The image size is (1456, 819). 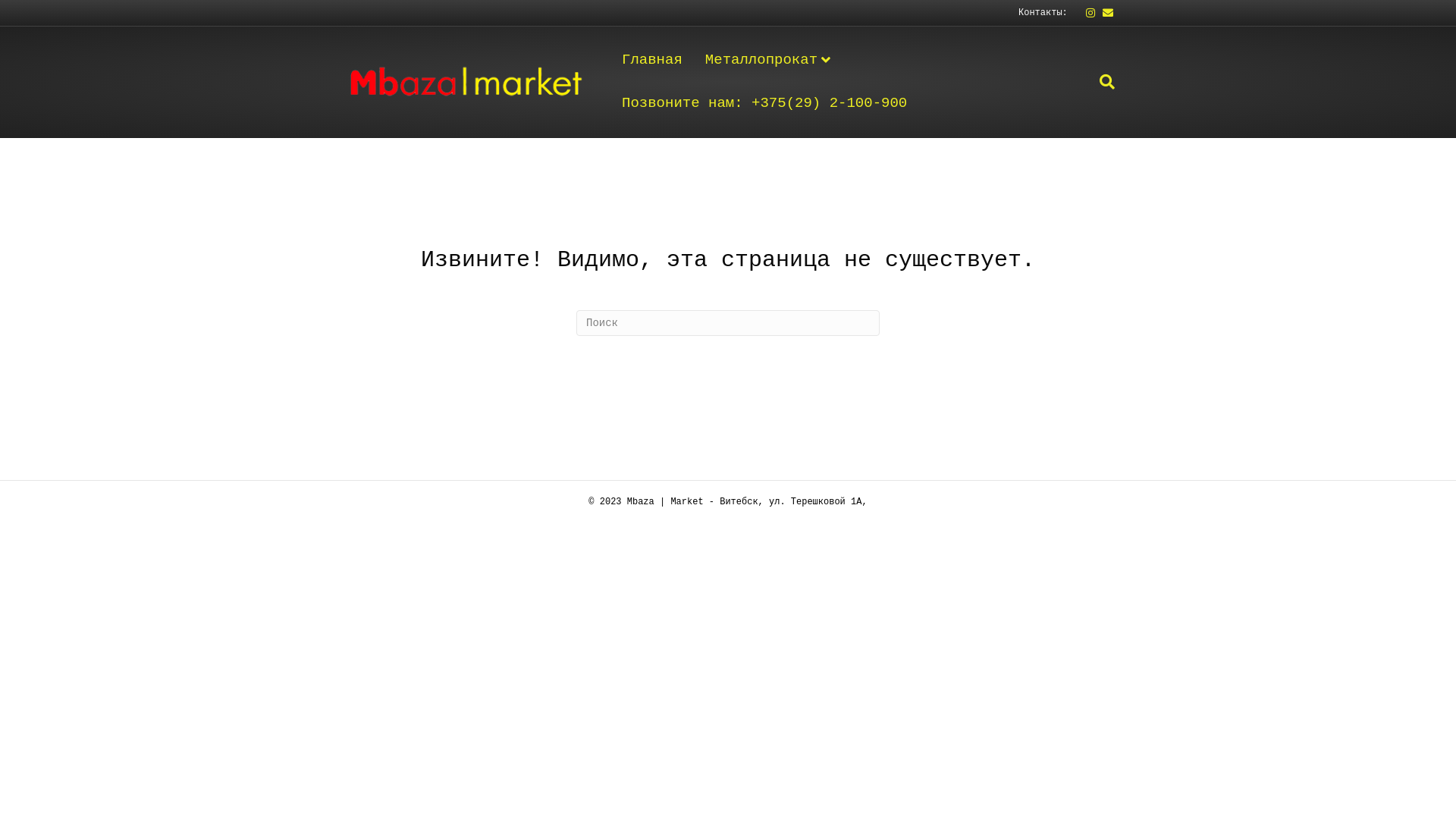 What do you see at coordinates (1103, 12) in the screenshot?
I see `'Email'` at bounding box center [1103, 12].